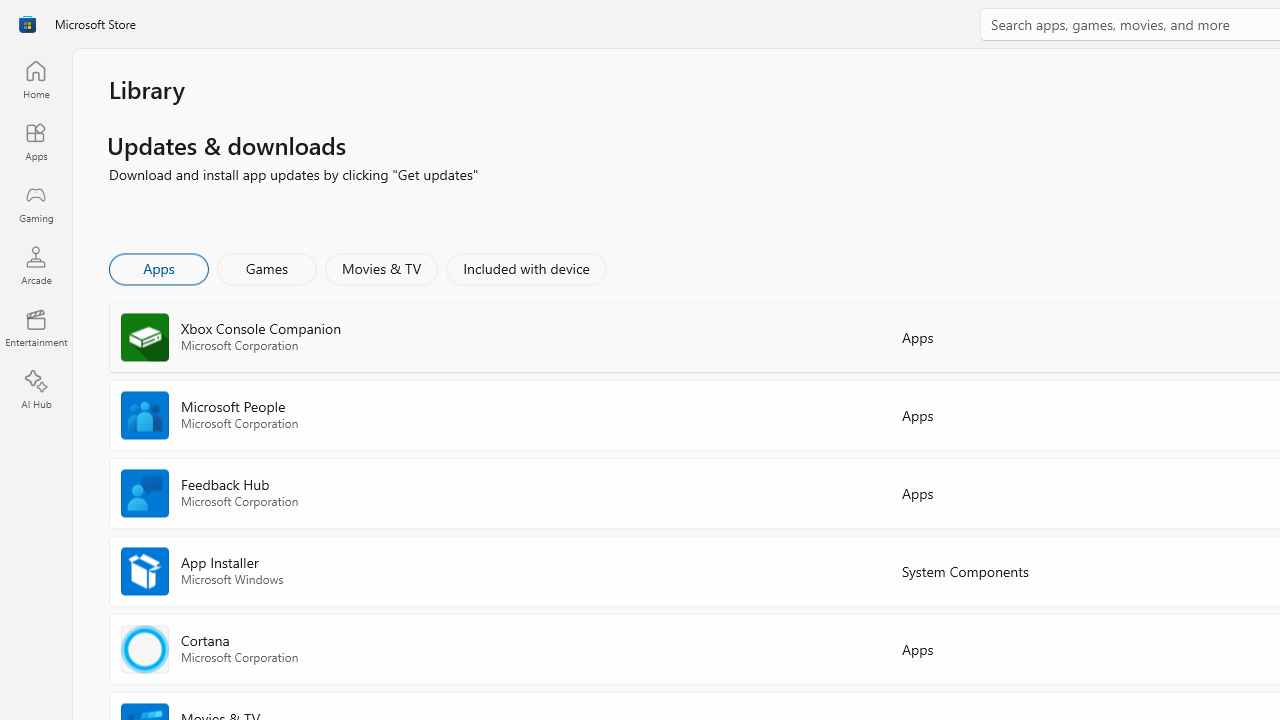  What do you see at coordinates (35, 203) in the screenshot?
I see `'Gaming'` at bounding box center [35, 203].